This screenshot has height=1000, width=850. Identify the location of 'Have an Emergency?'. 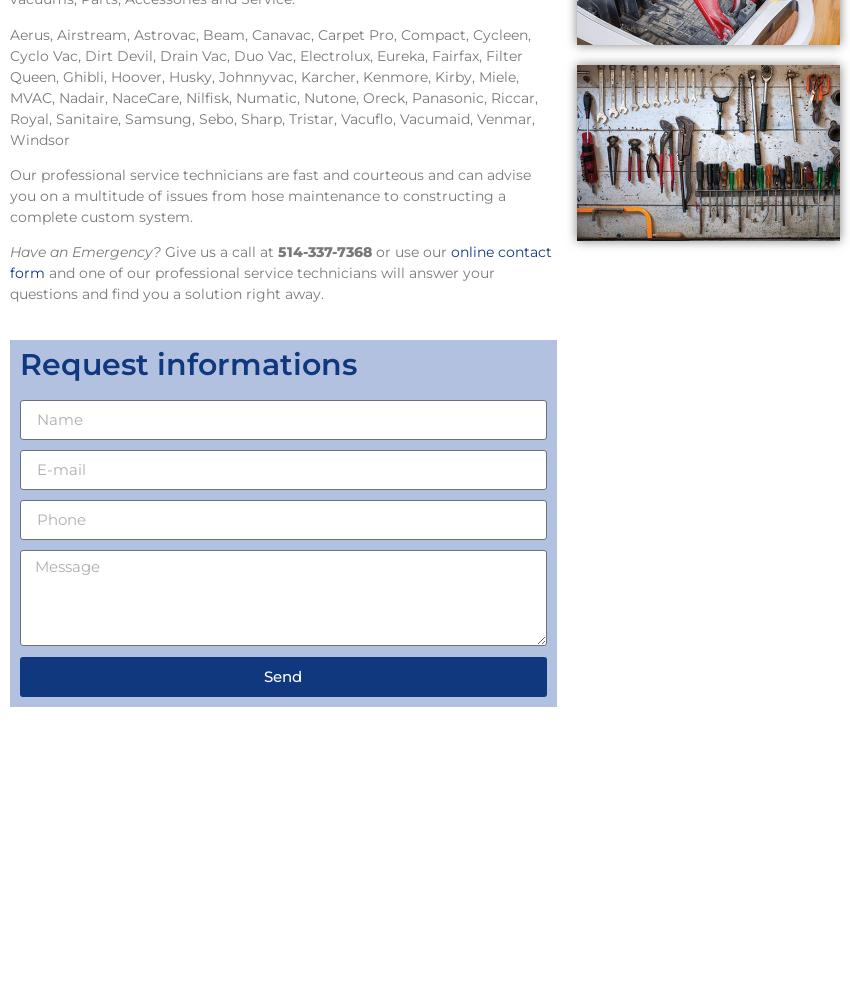
(85, 252).